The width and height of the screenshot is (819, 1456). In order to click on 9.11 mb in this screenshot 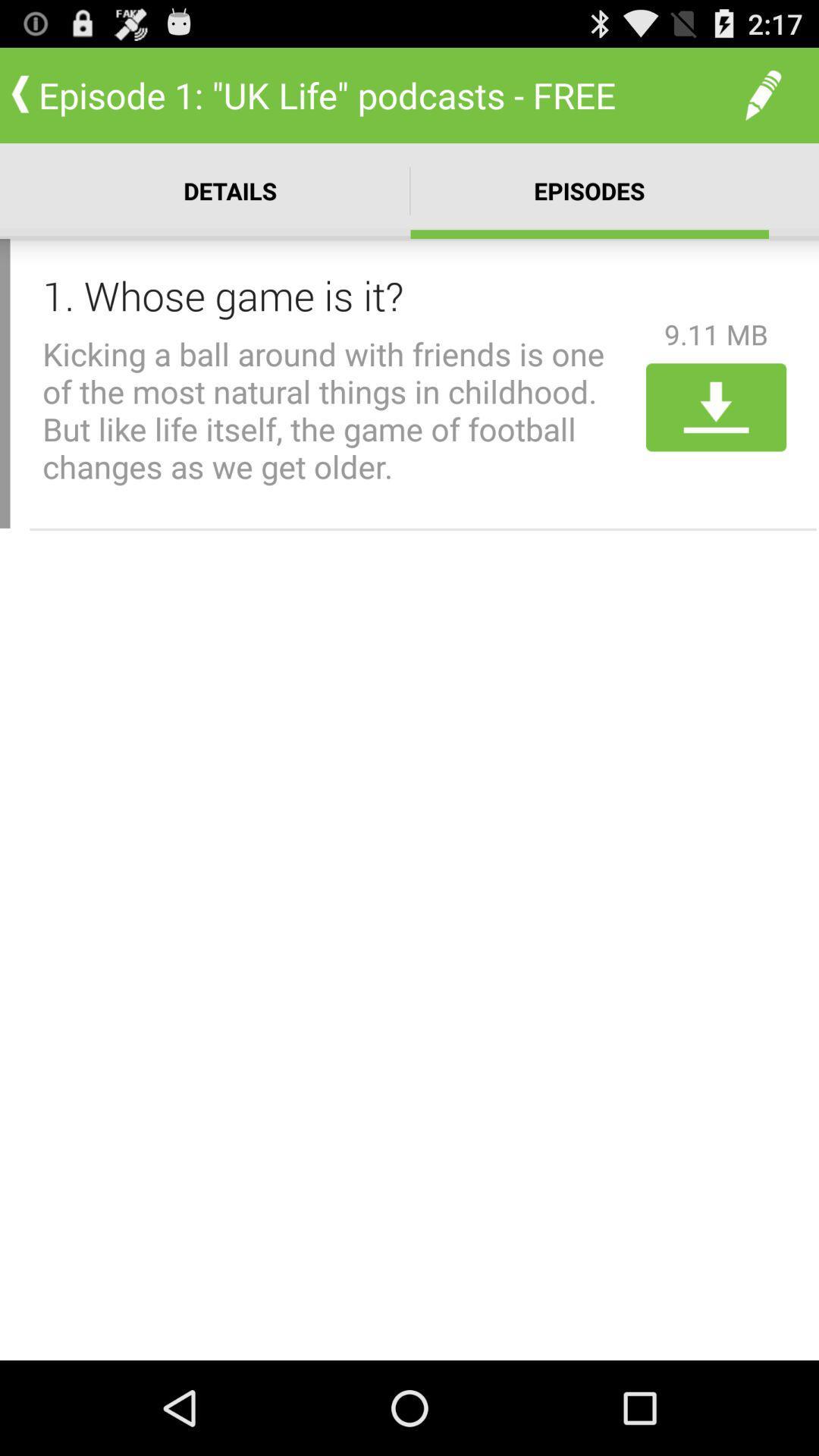, I will do `click(716, 334)`.